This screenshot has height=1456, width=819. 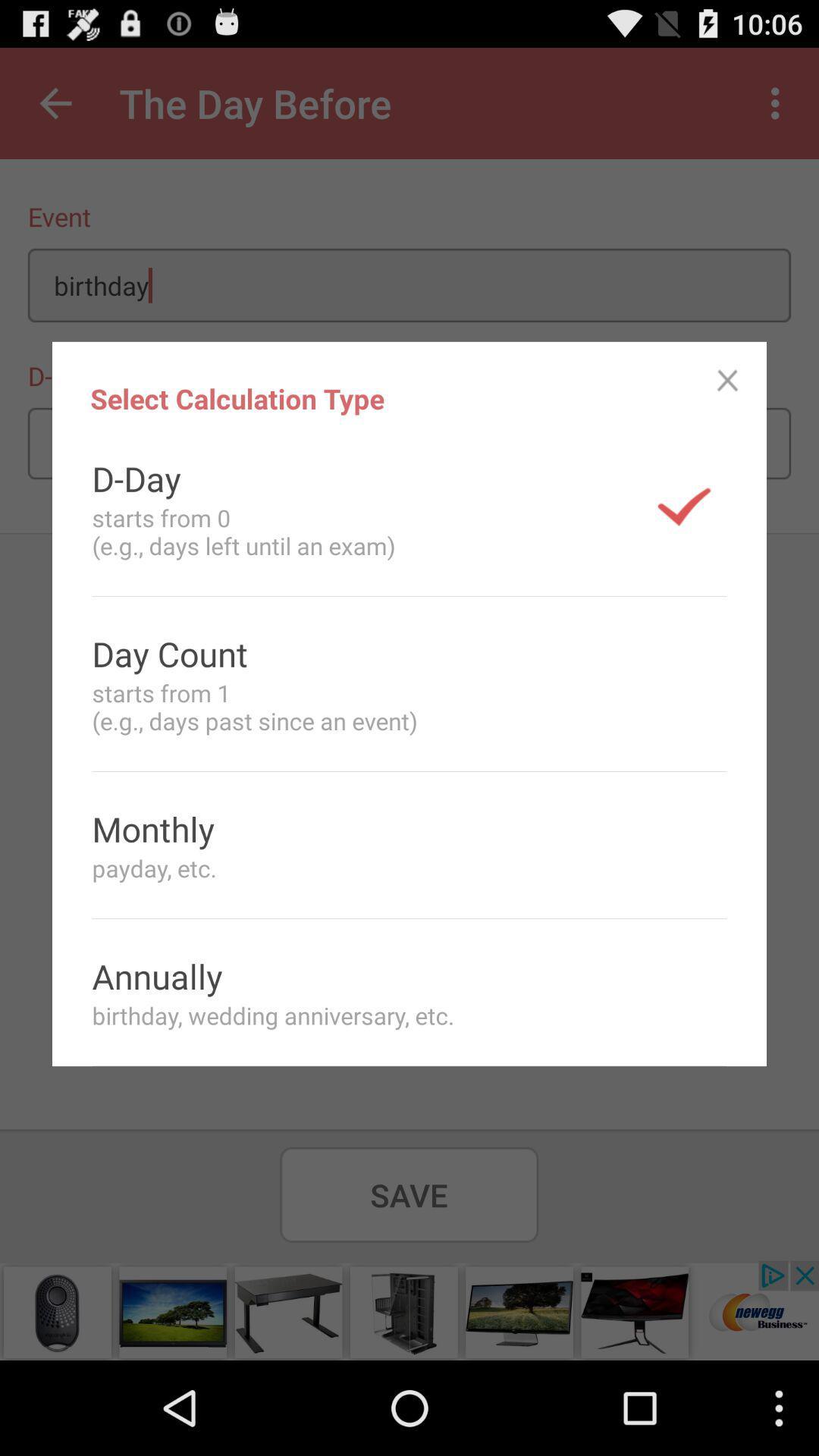 What do you see at coordinates (726, 381) in the screenshot?
I see `exit screen` at bounding box center [726, 381].